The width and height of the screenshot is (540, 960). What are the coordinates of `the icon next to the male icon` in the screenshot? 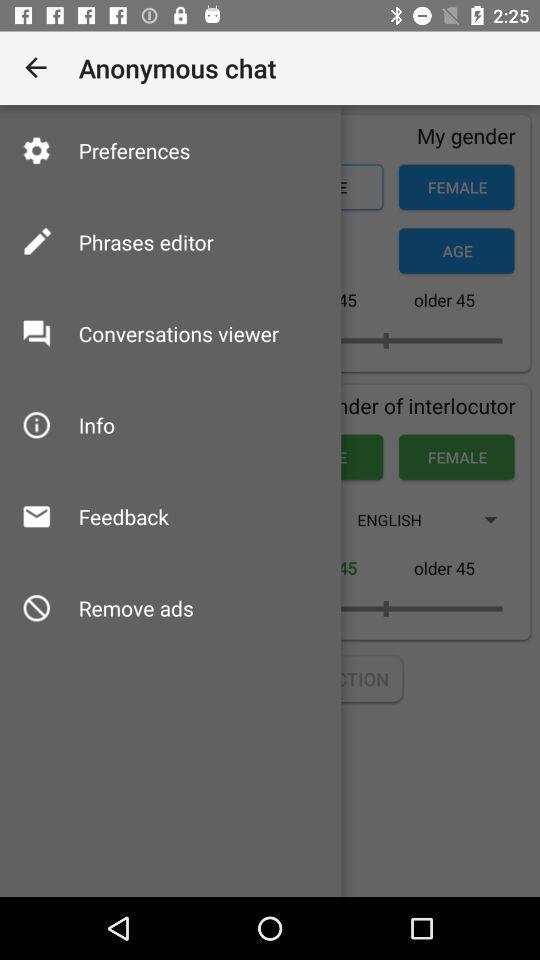 It's located at (95, 425).